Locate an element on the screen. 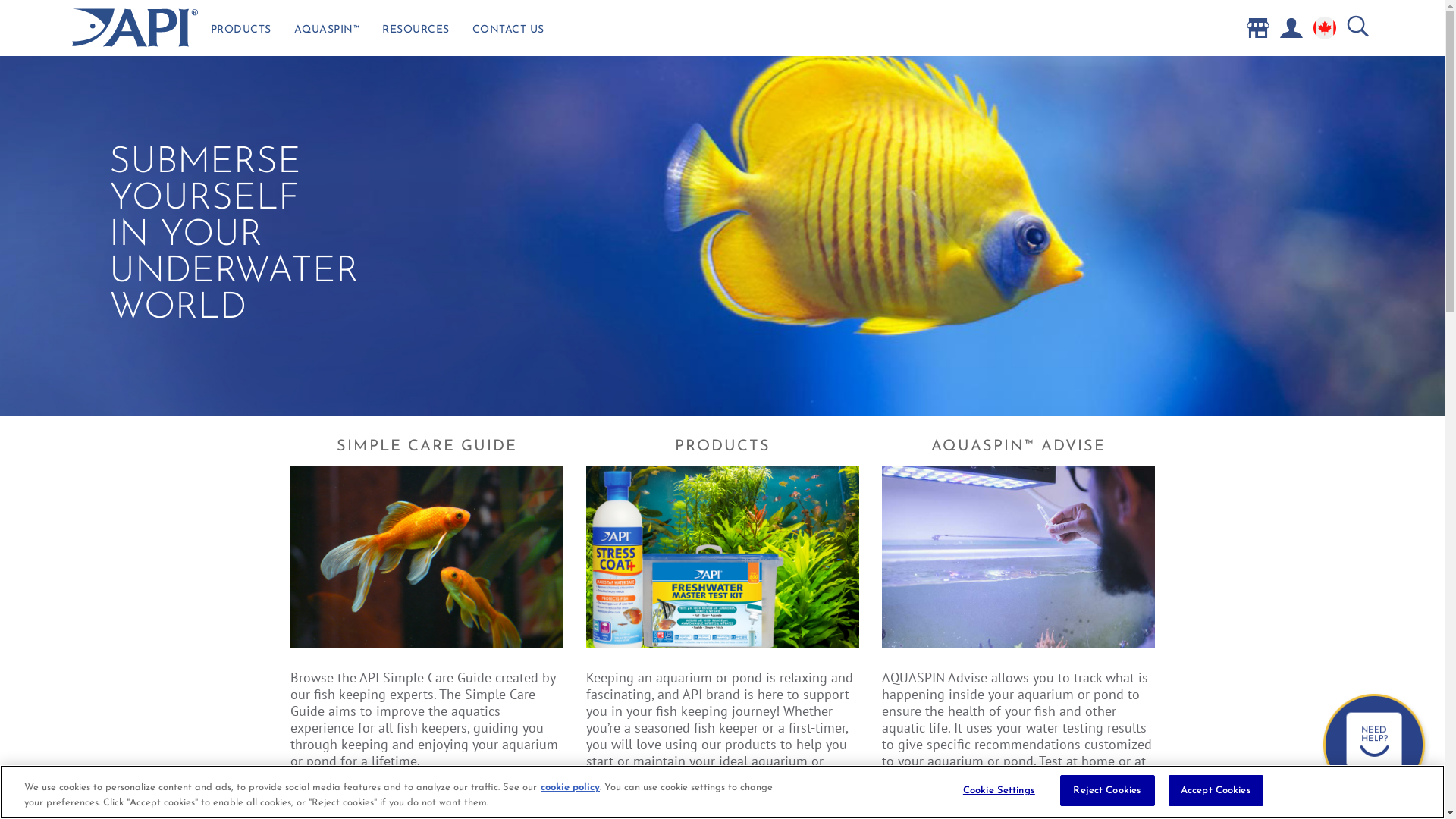 The width and height of the screenshot is (1456, 819). 'CONTACT US' is located at coordinates (508, 33).